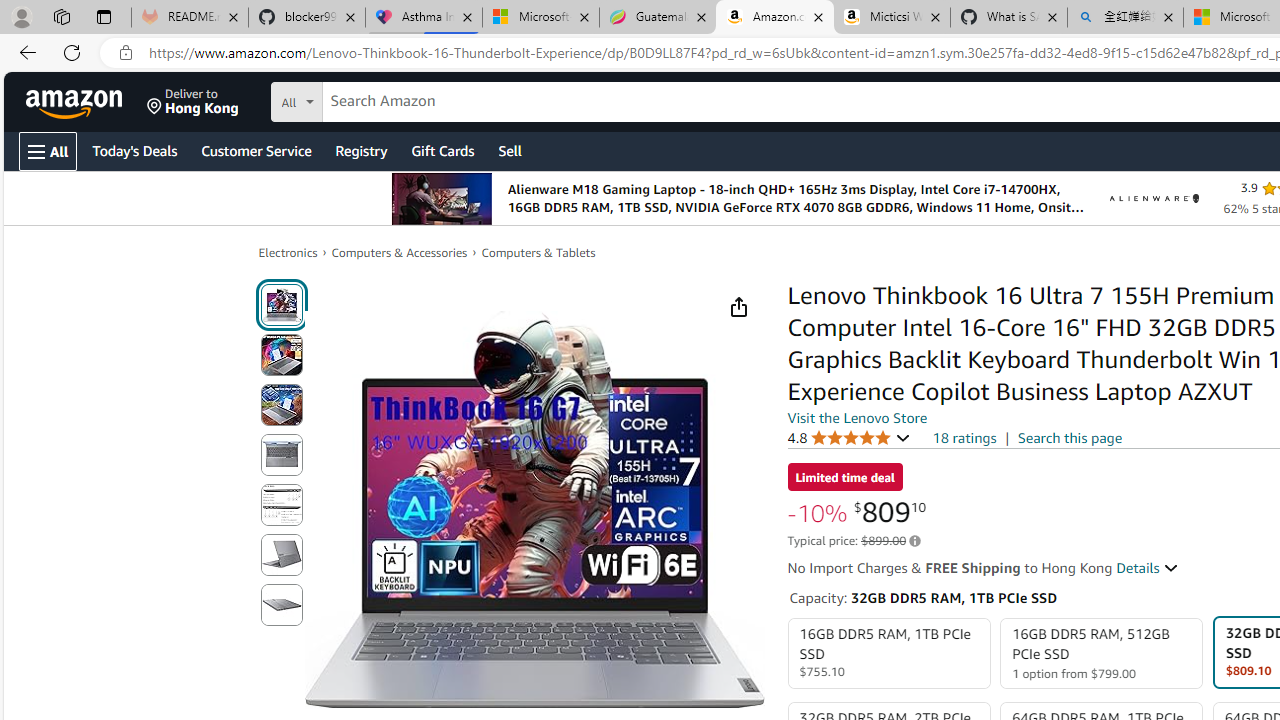 The height and width of the screenshot is (720, 1280). I want to click on 'Search in', so click(371, 99).